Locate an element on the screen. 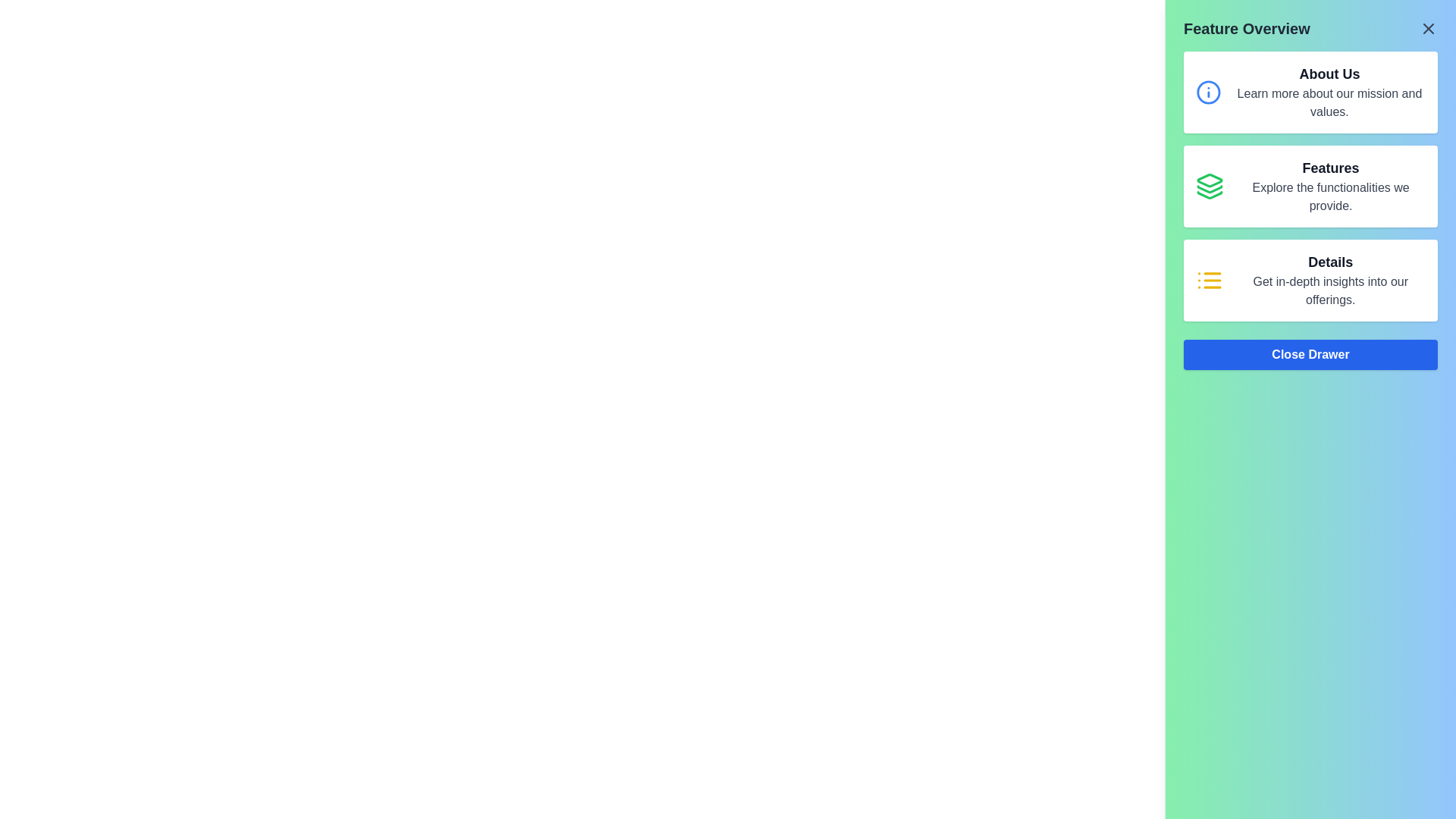 This screenshot has height=819, width=1456. the middle layer of the three-layer icon structure located in the right section of the interface under the 'Features' heading is located at coordinates (1209, 188).